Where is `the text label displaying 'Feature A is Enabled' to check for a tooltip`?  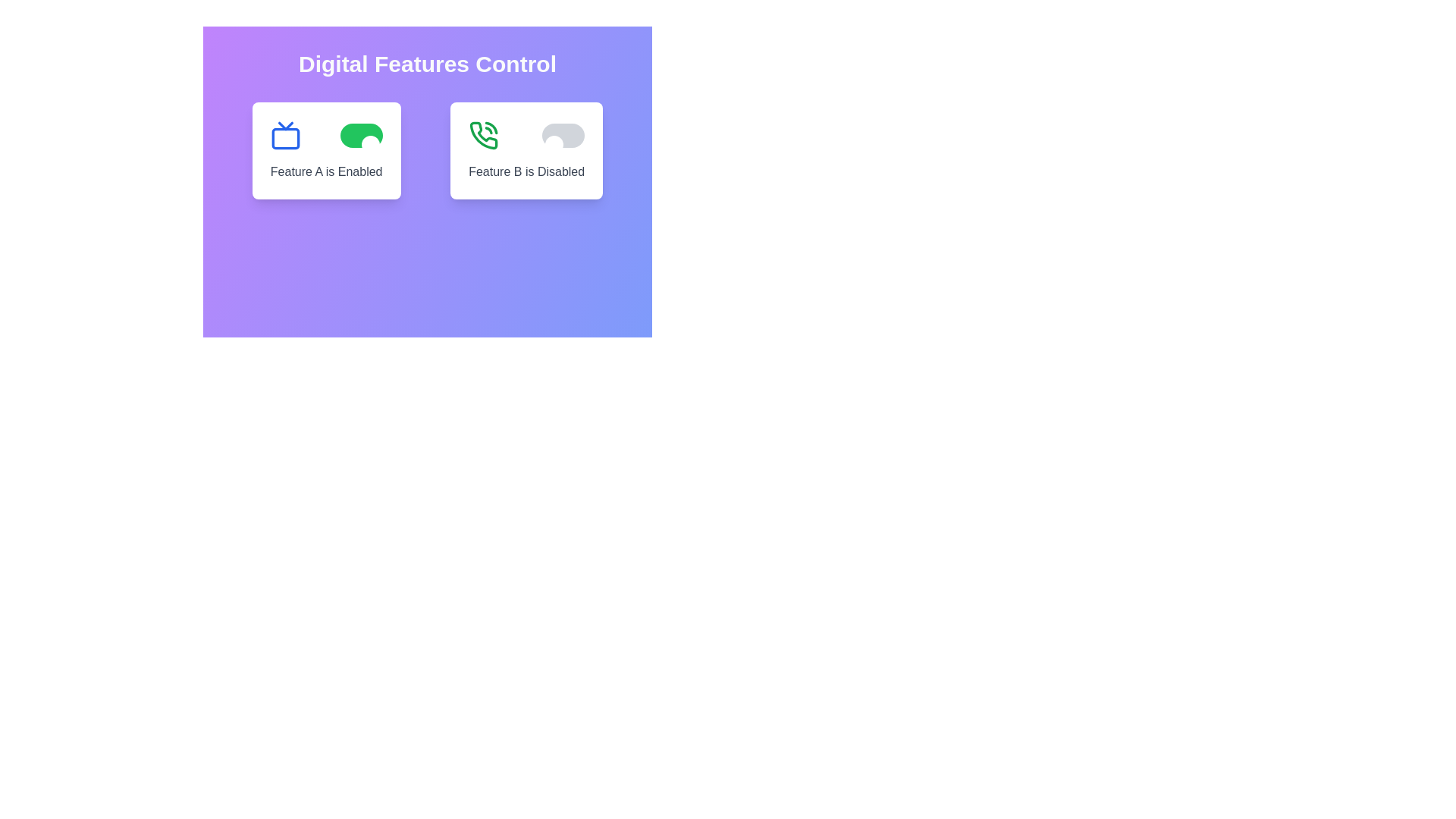
the text label displaying 'Feature A is Enabled' to check for a tooltip is located at coordinates (325, 171).